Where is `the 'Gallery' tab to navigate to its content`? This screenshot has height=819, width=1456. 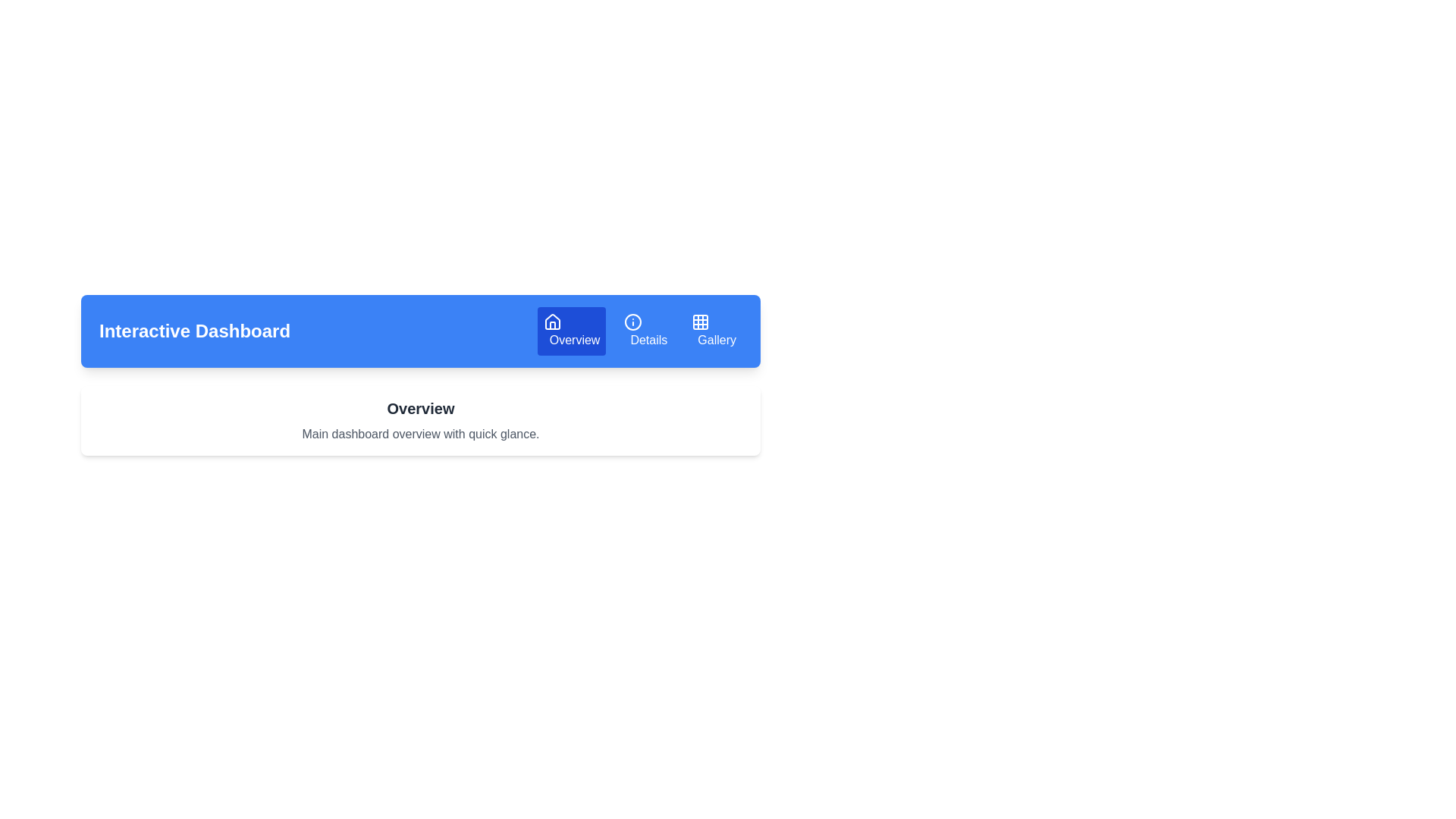 the 'Gallery' tab to navigate to its content is located at coordinates (713, 330).